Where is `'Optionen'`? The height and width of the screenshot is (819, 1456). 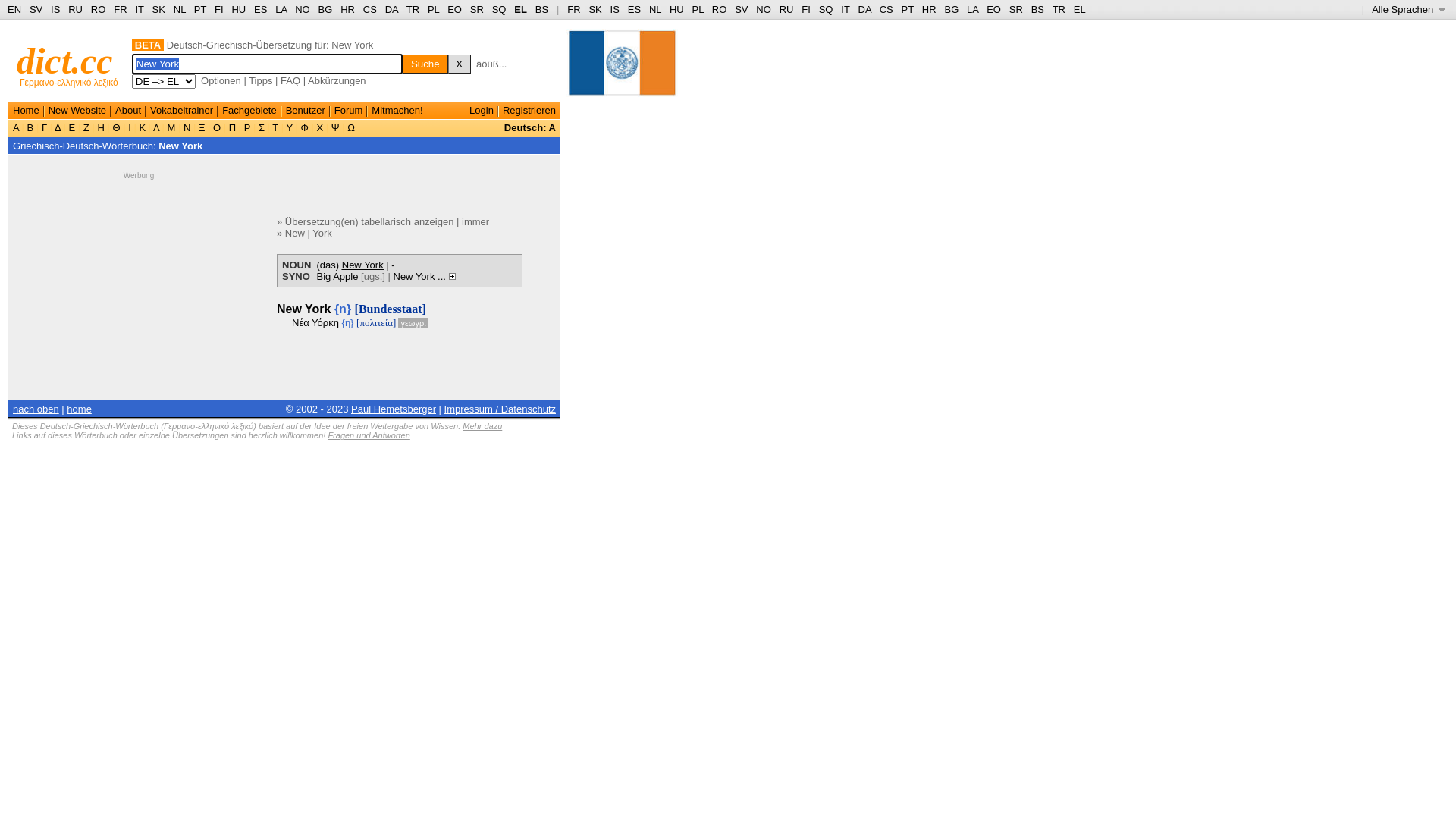 'Optionen' is located at coordinates (220, 80).